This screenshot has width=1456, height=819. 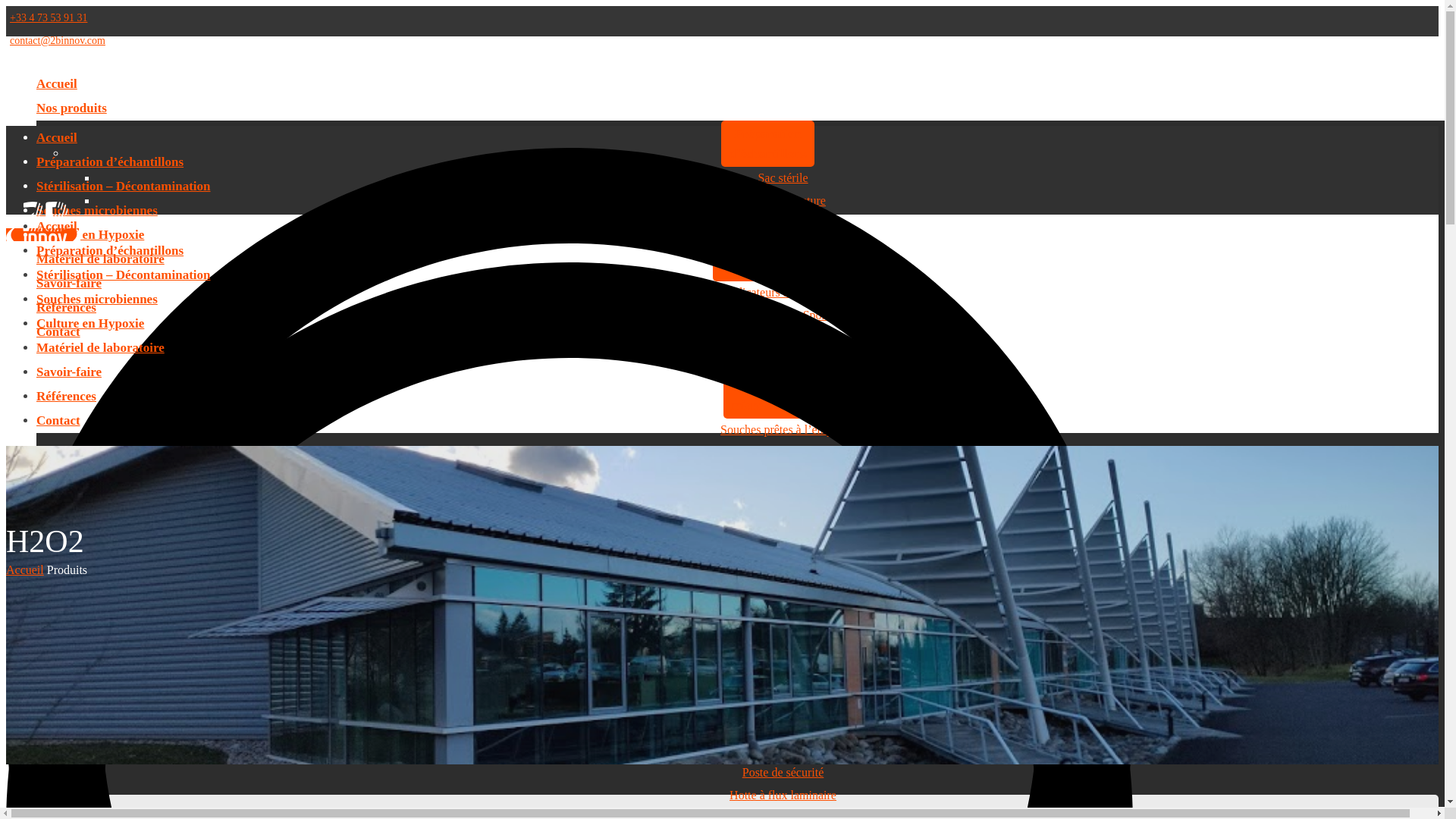 What do you see at coordinates (58, 39) in the screenshot?
I see `'contact@2binnov.com'` at bounding box center [58, 39].